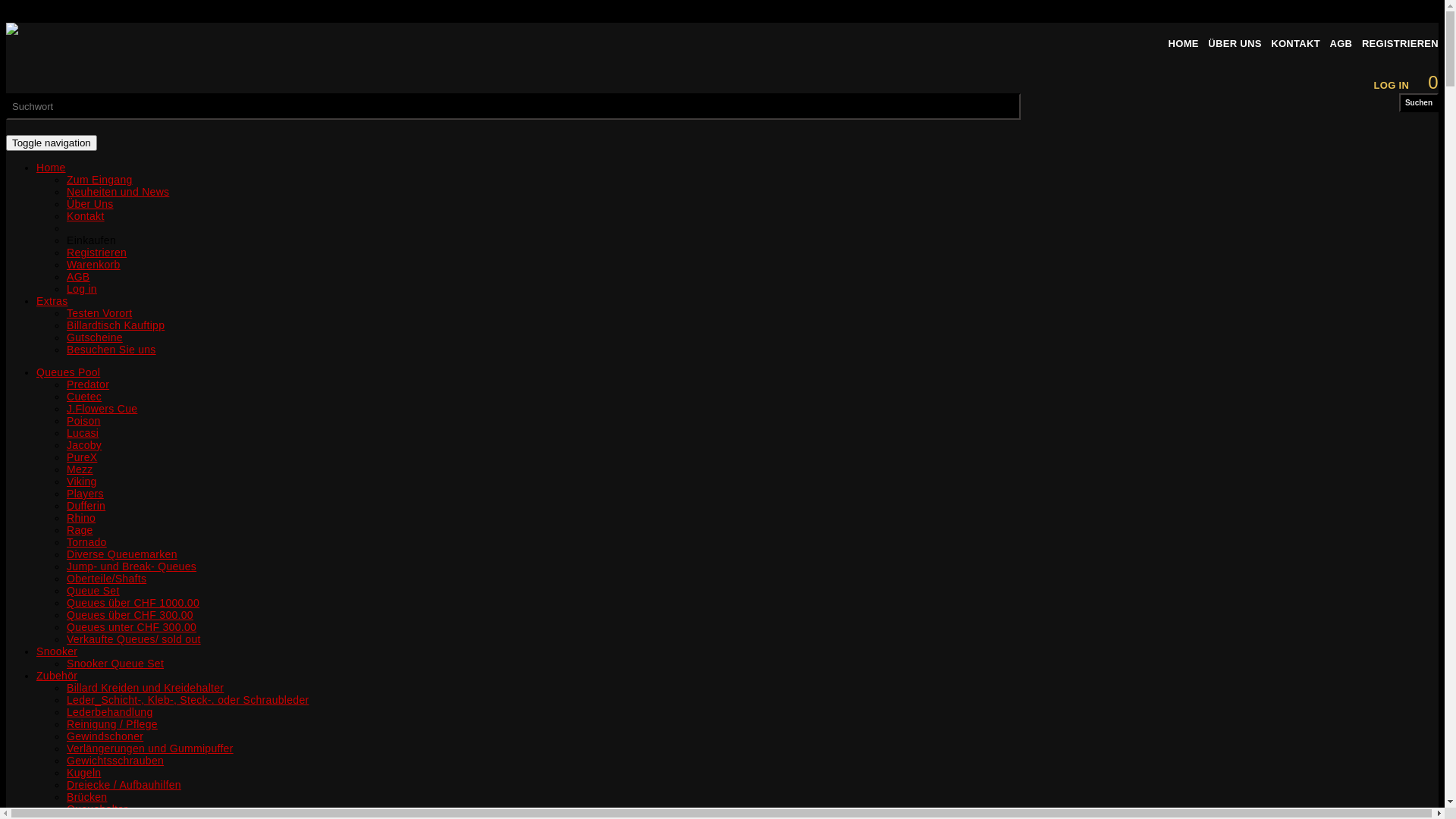 The height and width of the screenshot is (819, 1456). Describe the element at coordinates (99, 178) in the screenshot. I see `'Zum Eingang'` at that location.